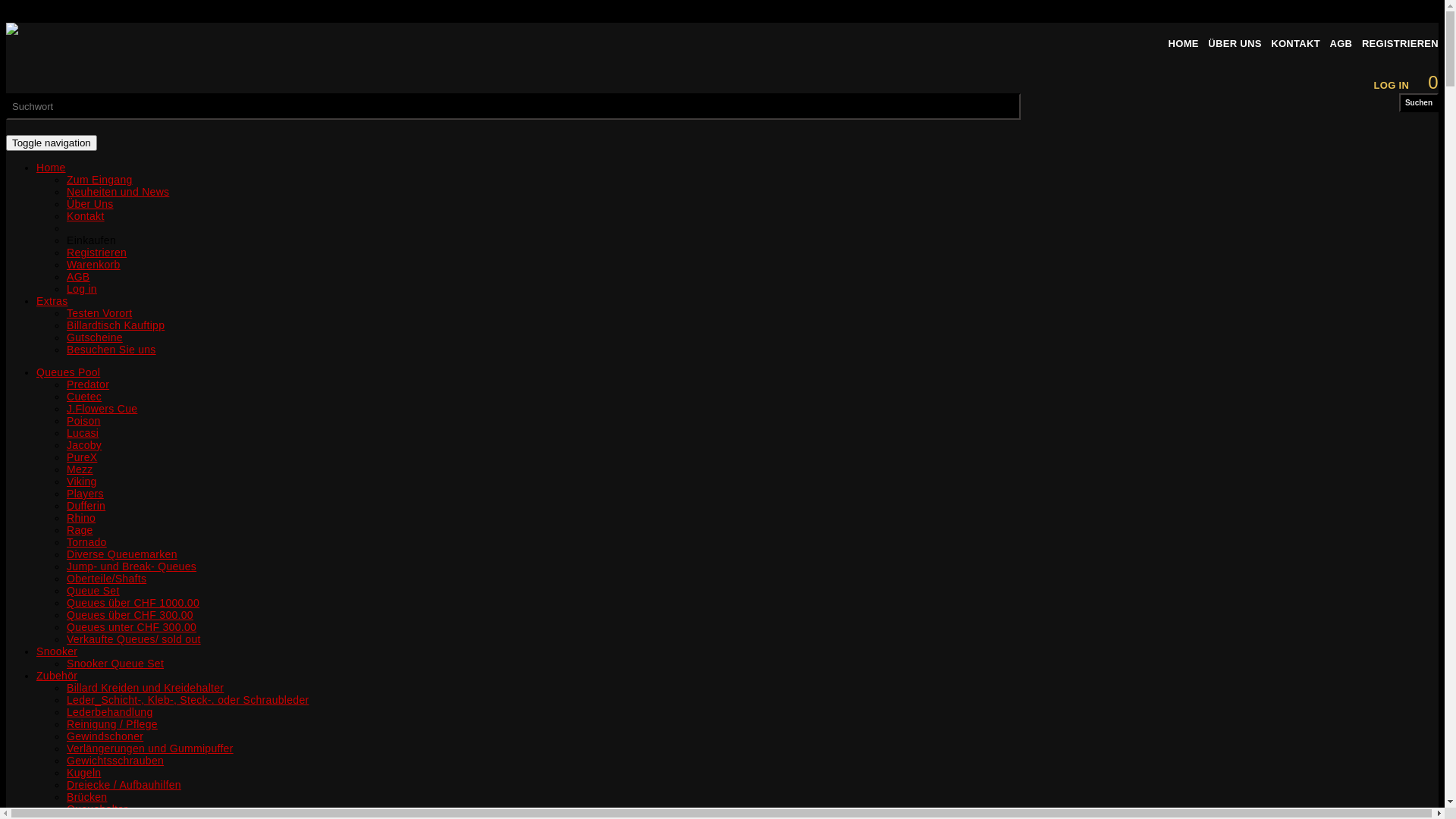 The height and width of the screenshot is (819, 1456). Describe the element at coordinates (99, 178) in the screenshot. I see `'Zum Eingang'` at that location.